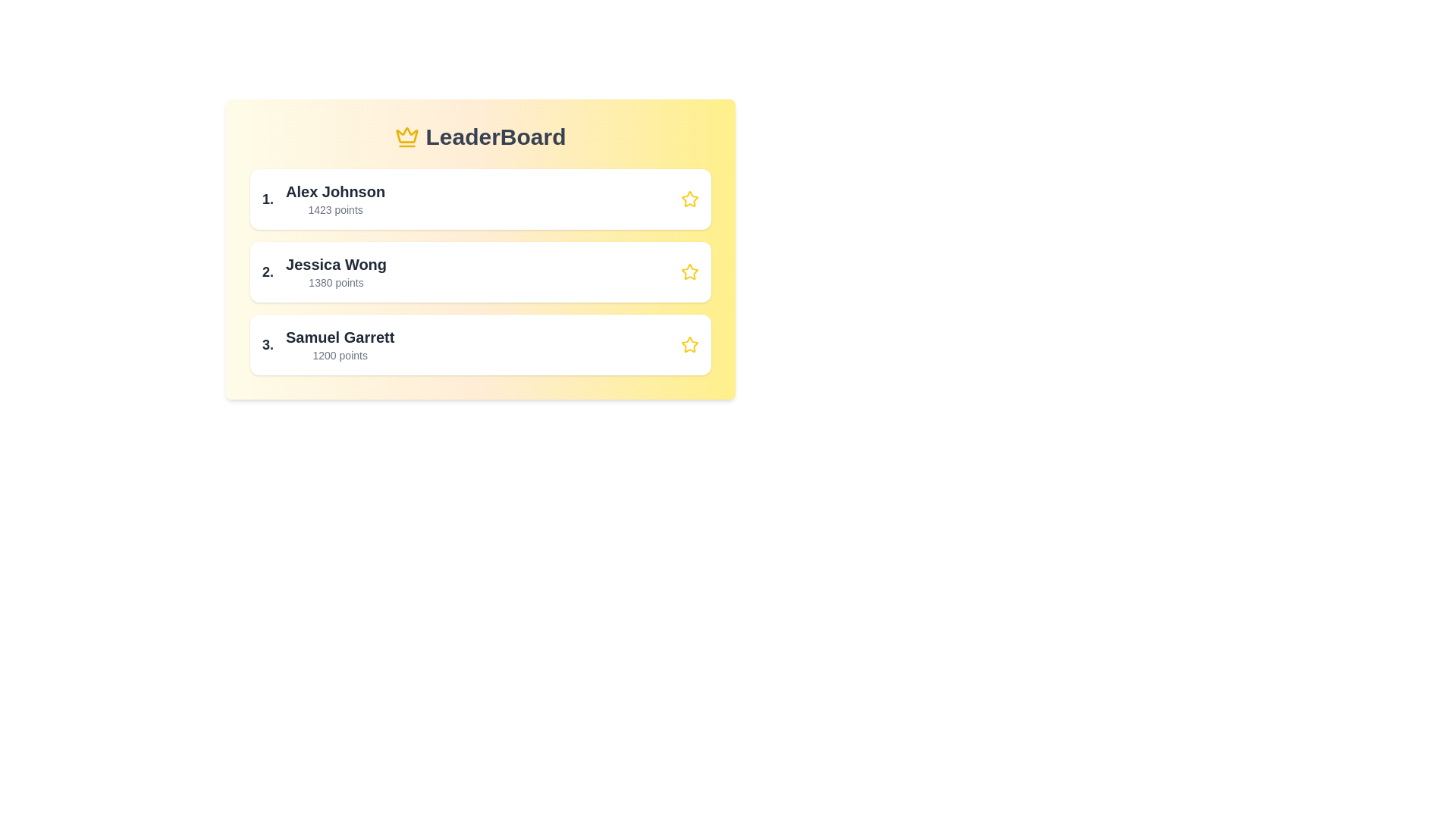  I want to click on star icon next to the player's name Jessica Wong, so click(689, 271).